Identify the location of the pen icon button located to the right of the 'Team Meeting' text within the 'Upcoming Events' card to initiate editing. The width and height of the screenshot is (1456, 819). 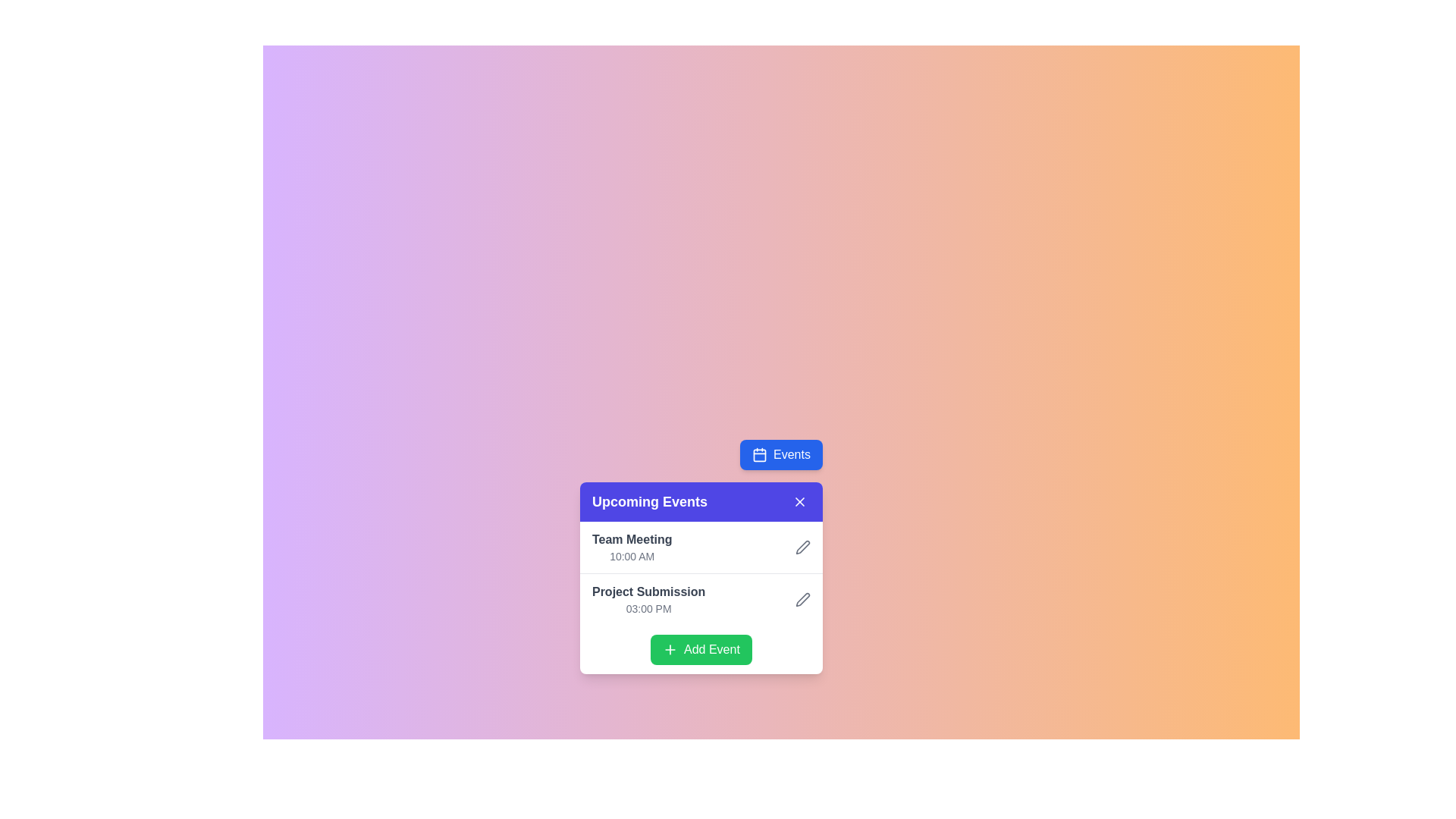
(802, 598).